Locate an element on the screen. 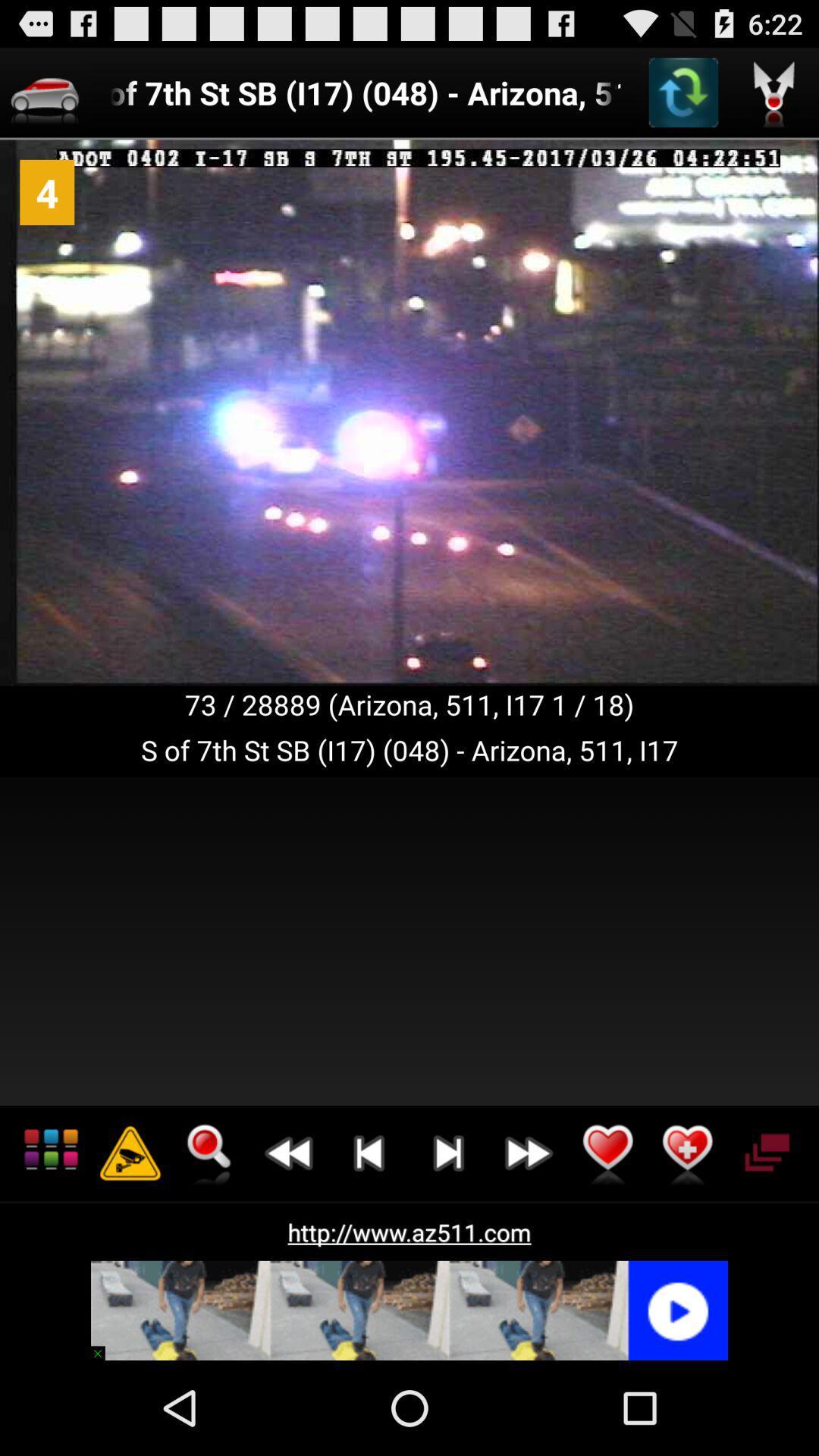  reload video is located at coordinates (683, 92).